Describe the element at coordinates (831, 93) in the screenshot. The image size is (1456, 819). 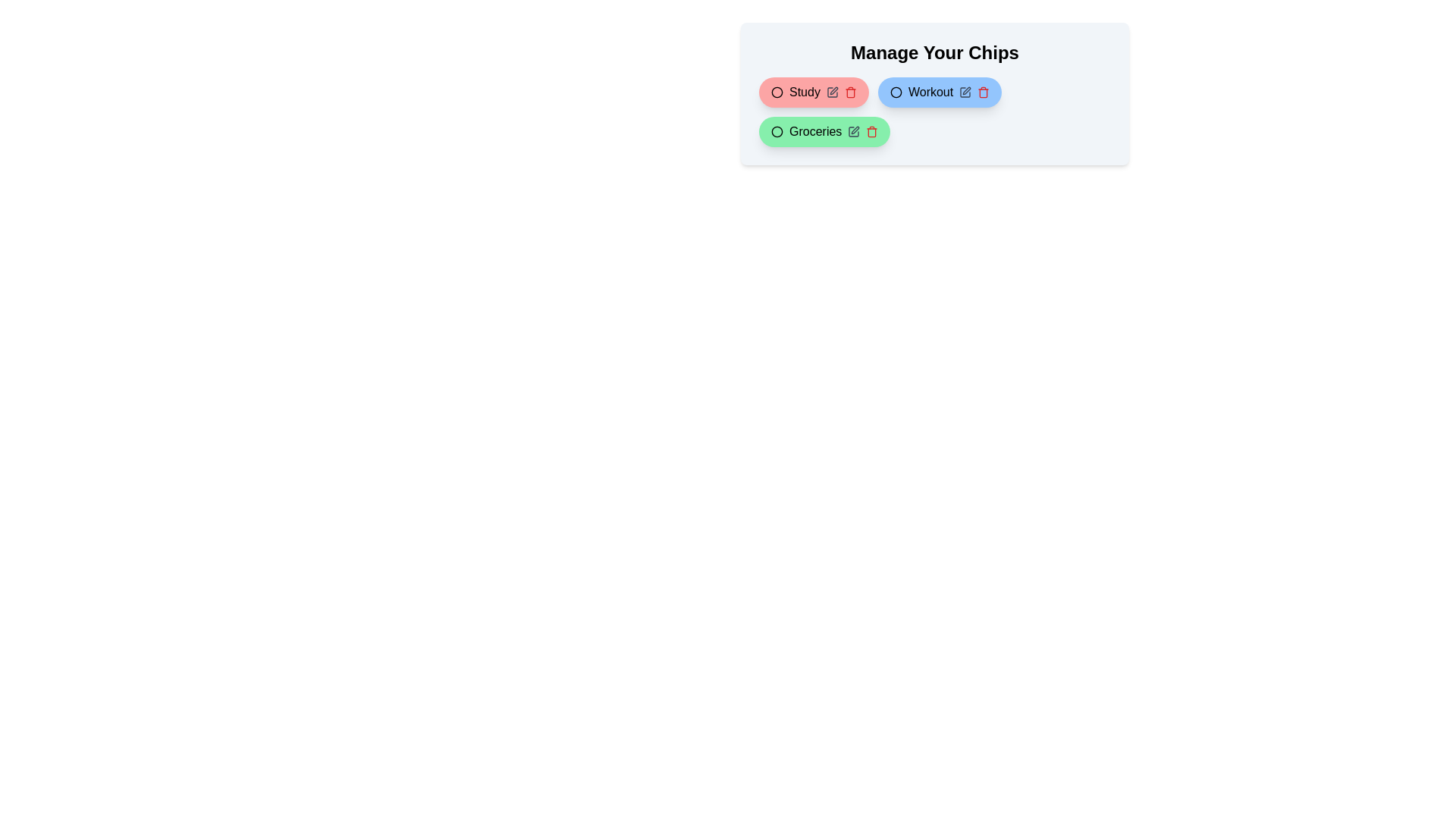
I see `edit button of the chip labeled Study to change its color` at that location.